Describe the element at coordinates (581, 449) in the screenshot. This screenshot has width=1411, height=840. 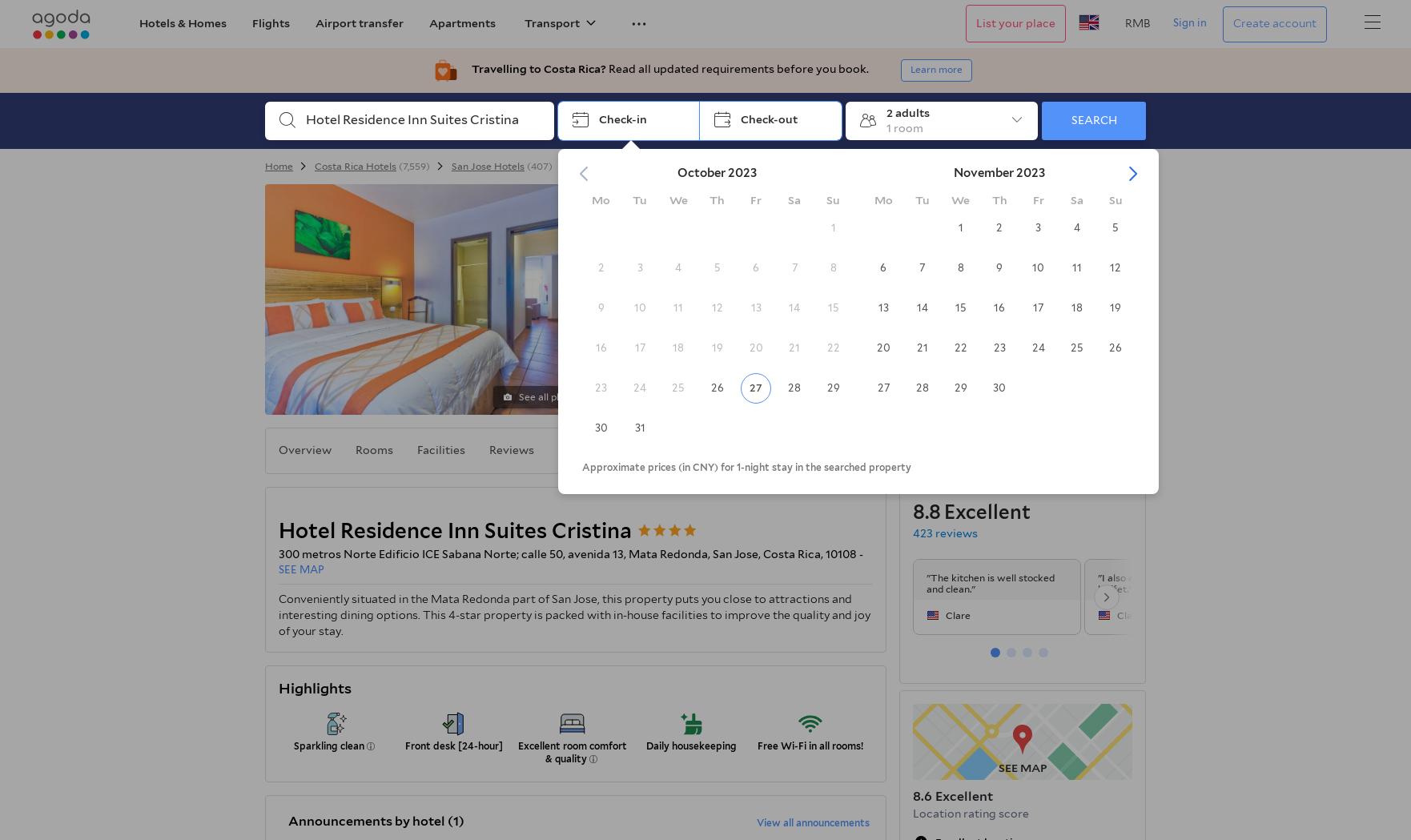
I see `'Location'` at that location.